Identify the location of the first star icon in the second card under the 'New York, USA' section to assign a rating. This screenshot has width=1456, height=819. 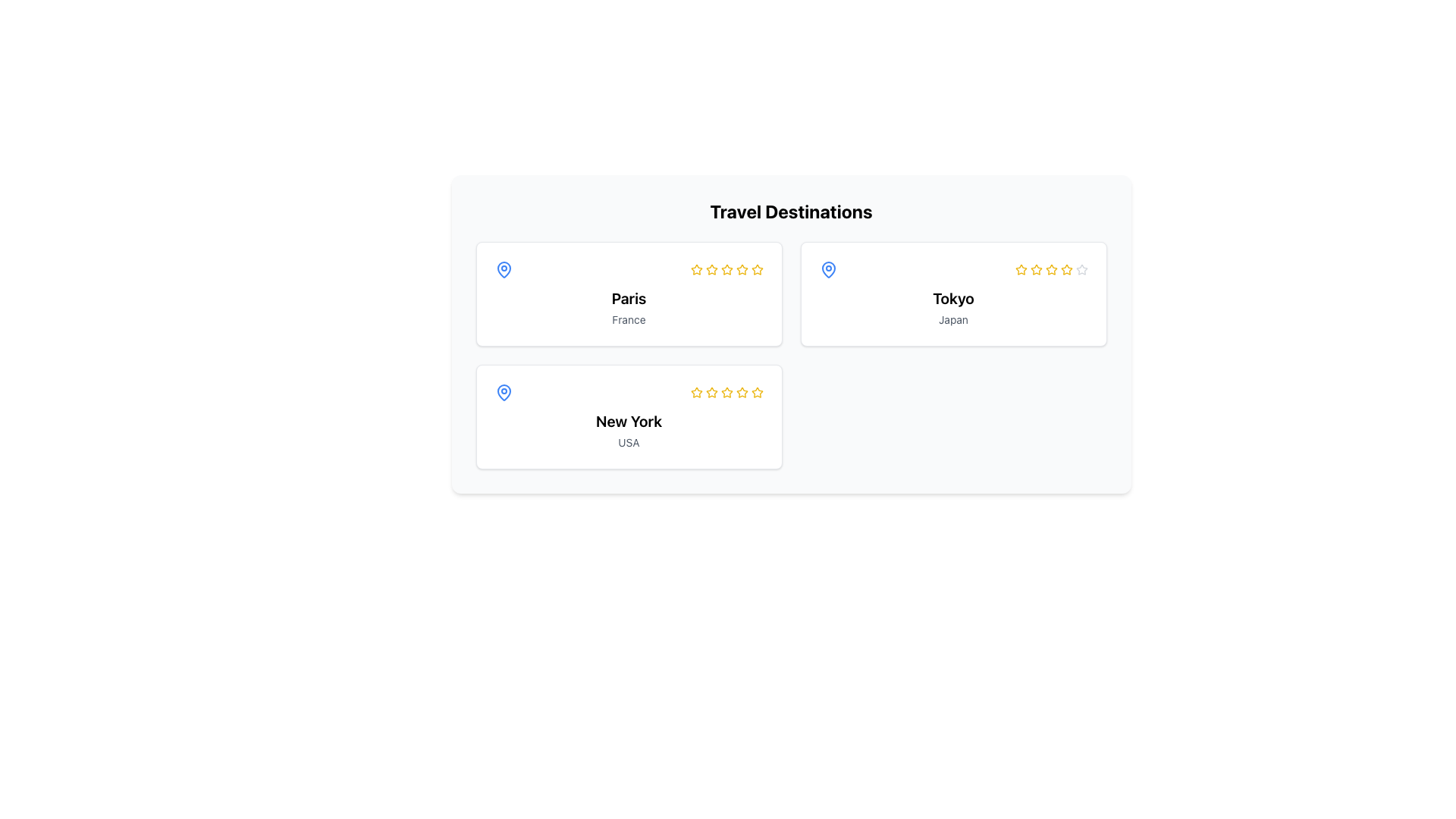
(695, 391).